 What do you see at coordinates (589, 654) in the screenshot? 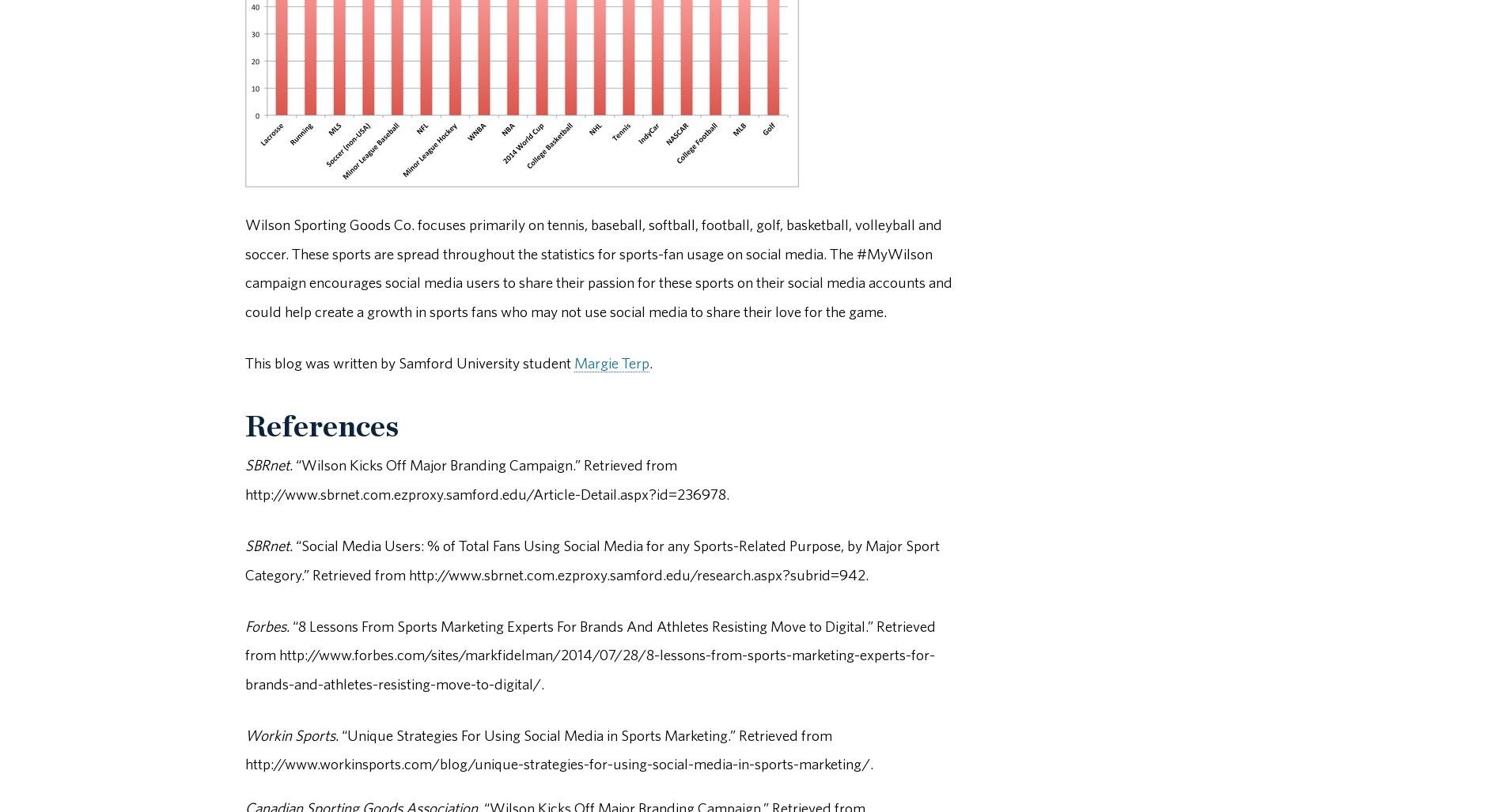
I see `'“8 Lessons From Sports Marketing Experts For Brands And Athletes Resisting Move to Digital.” Retrieved from http://www.forbes.com/sites/markfidelman/2014/07/28/8-lessons-from-sports-marketing-experts-for-brands-and-athletes-resisting-move-to-digital/.'` at bounding box center [589, 654].